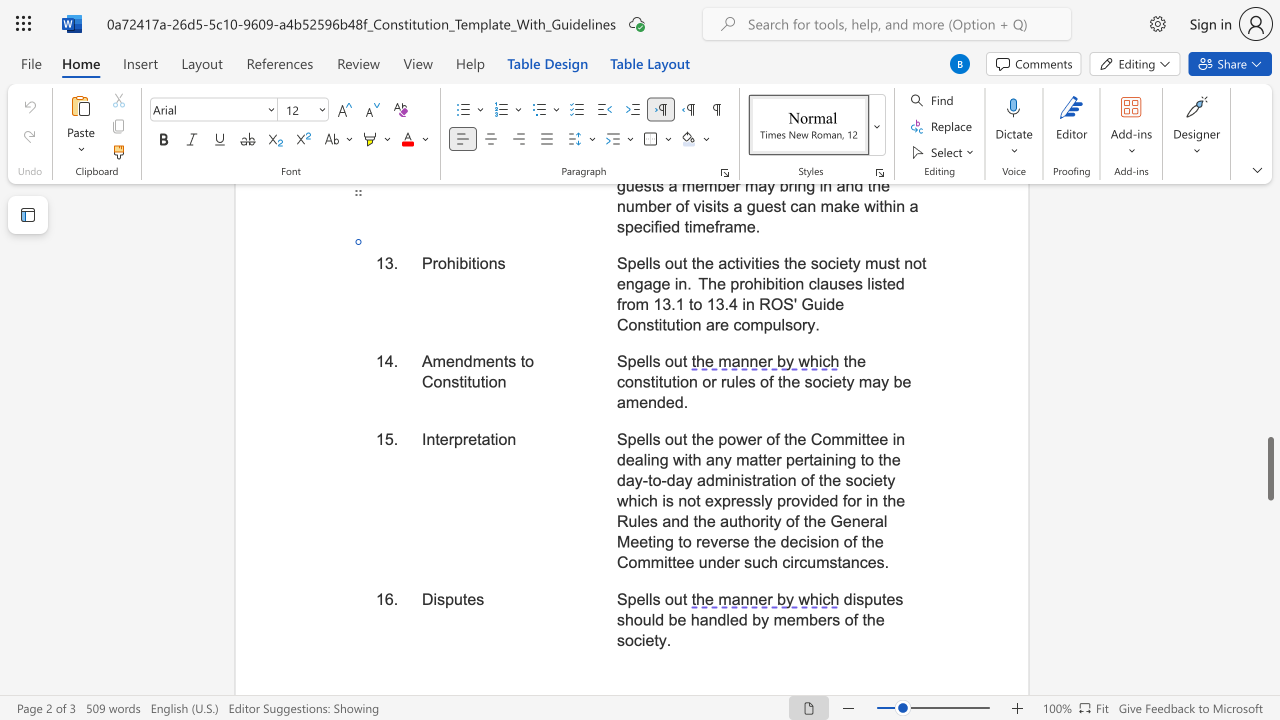 The image size is (1280, 720). Describe the element at coordinates (700, 438) in the screenshot. I see `the 1th character "h" in the text` at that location.